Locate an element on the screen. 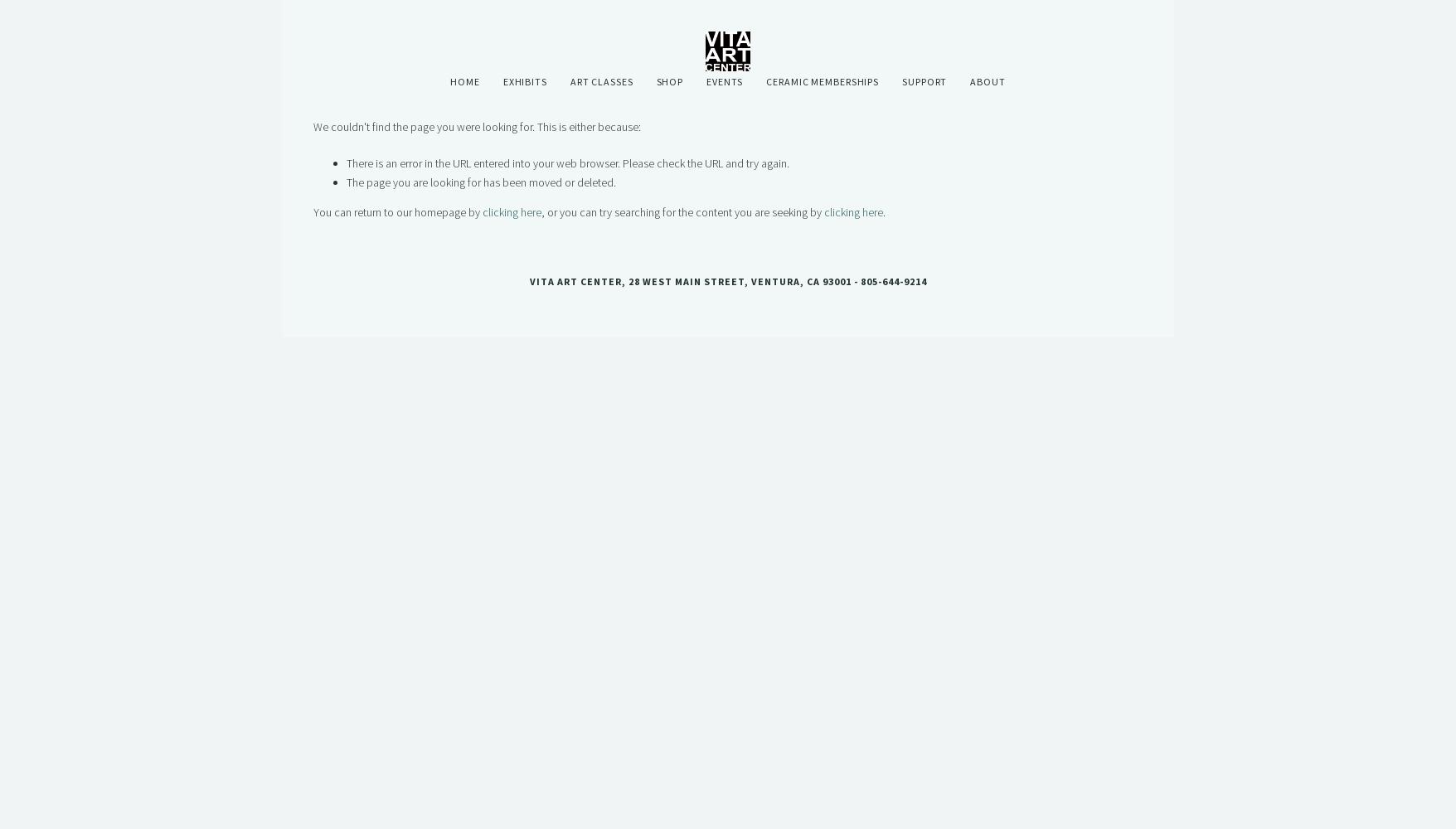 This screenshot has width=1456, height=829. 'You can return to our homepage by' is located at coordinates (397, 212).